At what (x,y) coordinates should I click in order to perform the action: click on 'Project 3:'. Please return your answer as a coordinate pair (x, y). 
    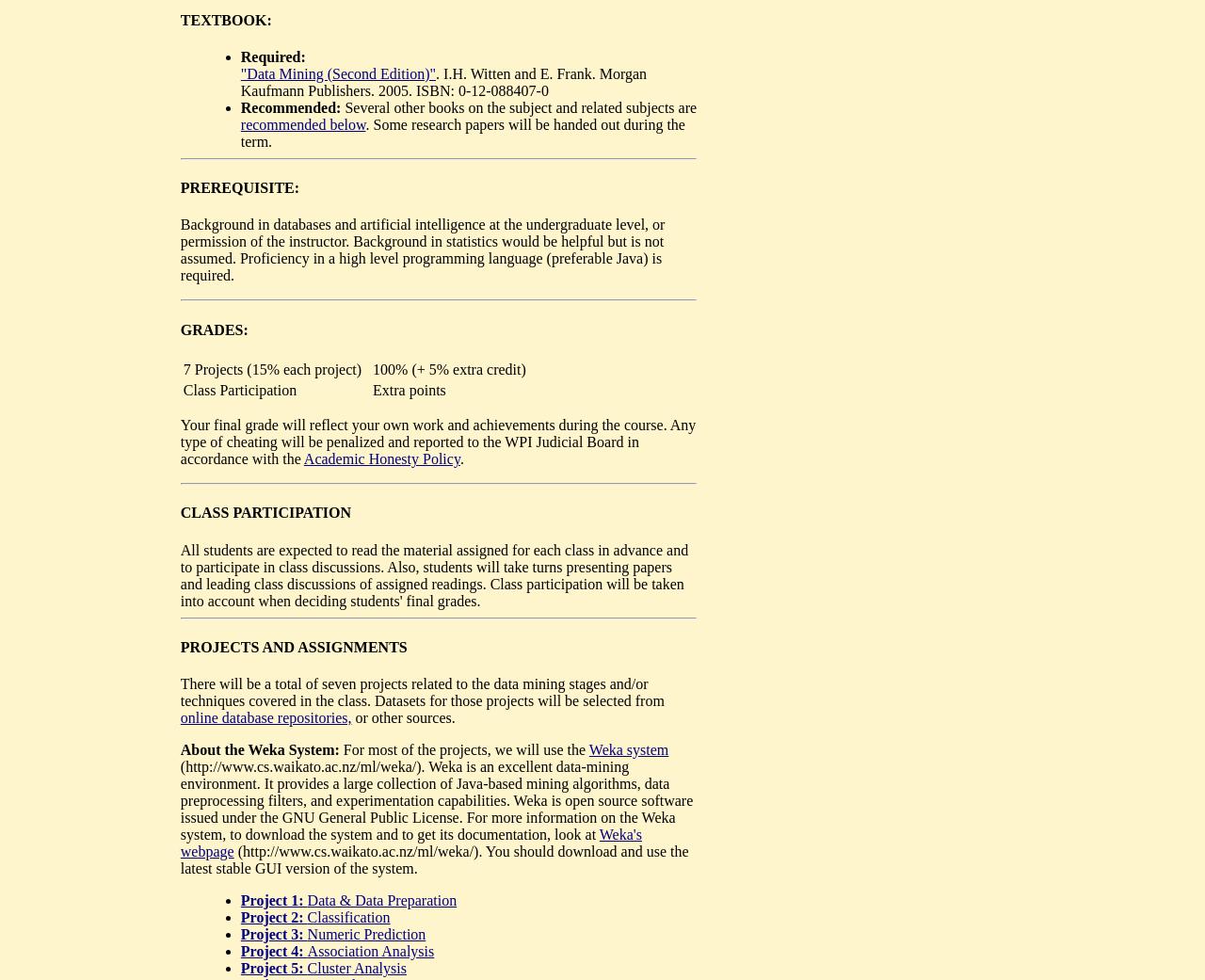
    Looking at the image, I should click on (272, 934).